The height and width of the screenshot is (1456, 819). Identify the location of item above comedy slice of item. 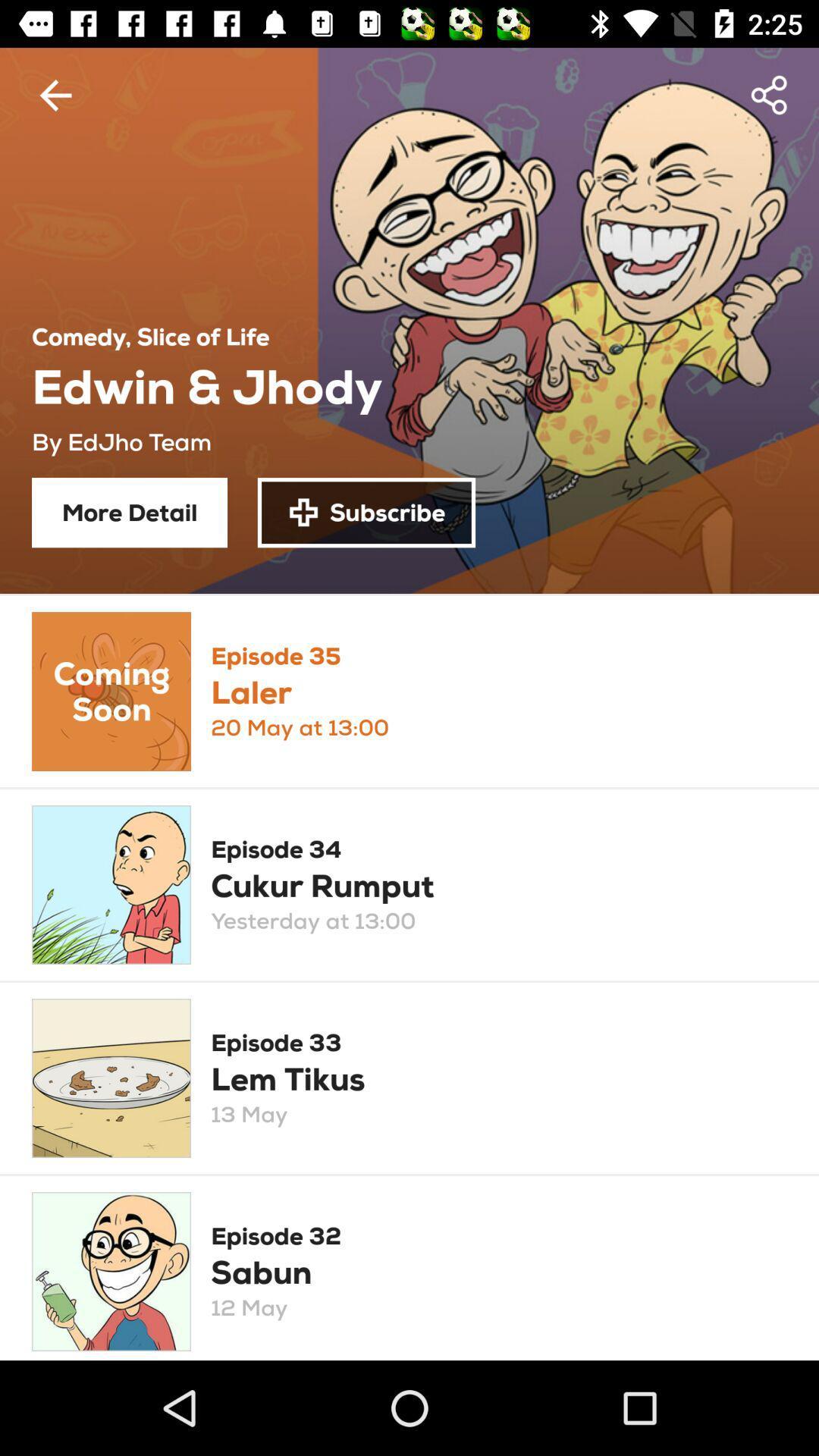
(55, 94).